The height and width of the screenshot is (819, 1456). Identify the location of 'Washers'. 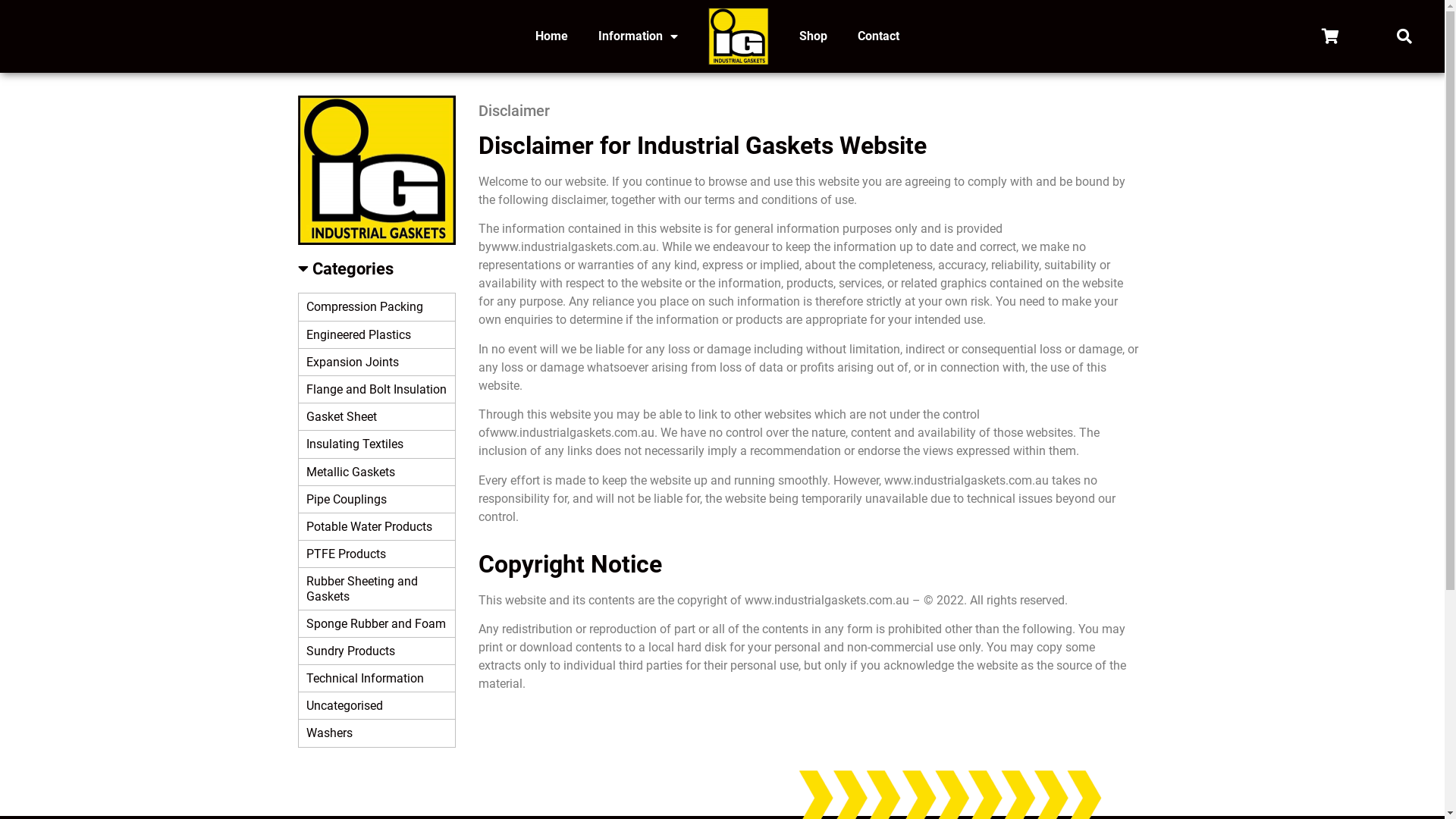
(298, 733).